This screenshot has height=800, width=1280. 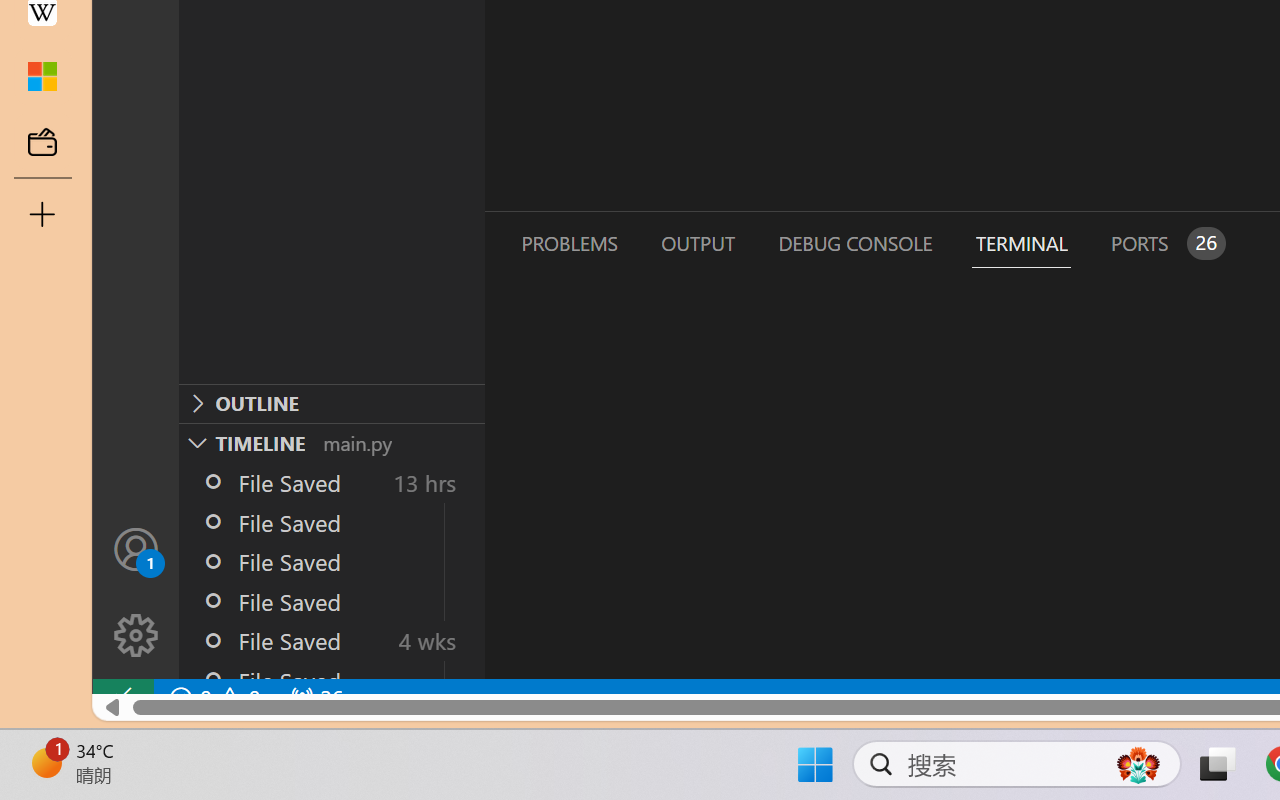 What do you see at coordinates (854, 242) in the screenshot?
I see `'Debug Console (Ctrl+Shift+Y)'` at bounding box center [854, 242].